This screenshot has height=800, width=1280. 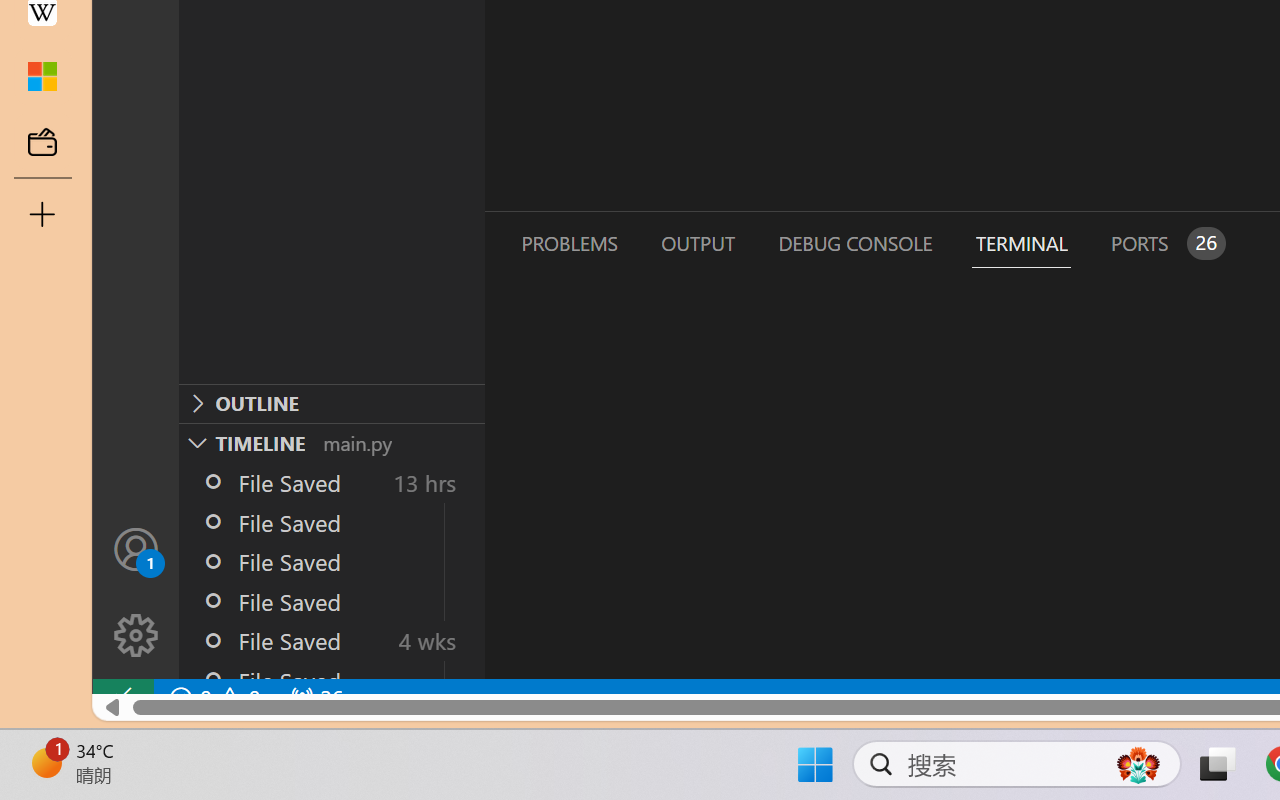 What do you see at coordinates (854, 242) in the screenshot?
I see `'Debug Console (Ctrl+Shift+Y)'` at bounding box center [854, 242].